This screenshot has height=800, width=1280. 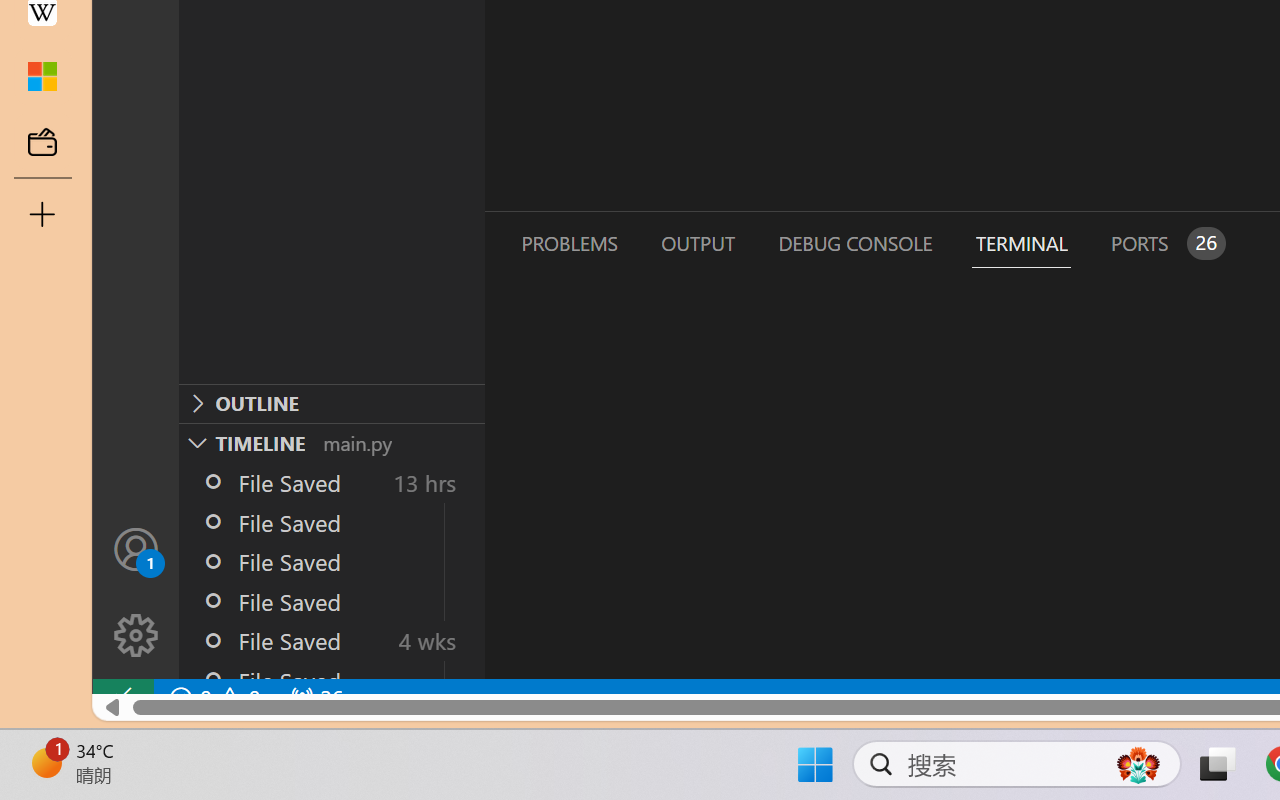 What do you see at coordinates (854, 242) in the screenshot?
I see `'Debug Console (Ctrl+Shift+Y)'` at bounding box center [854, 242].